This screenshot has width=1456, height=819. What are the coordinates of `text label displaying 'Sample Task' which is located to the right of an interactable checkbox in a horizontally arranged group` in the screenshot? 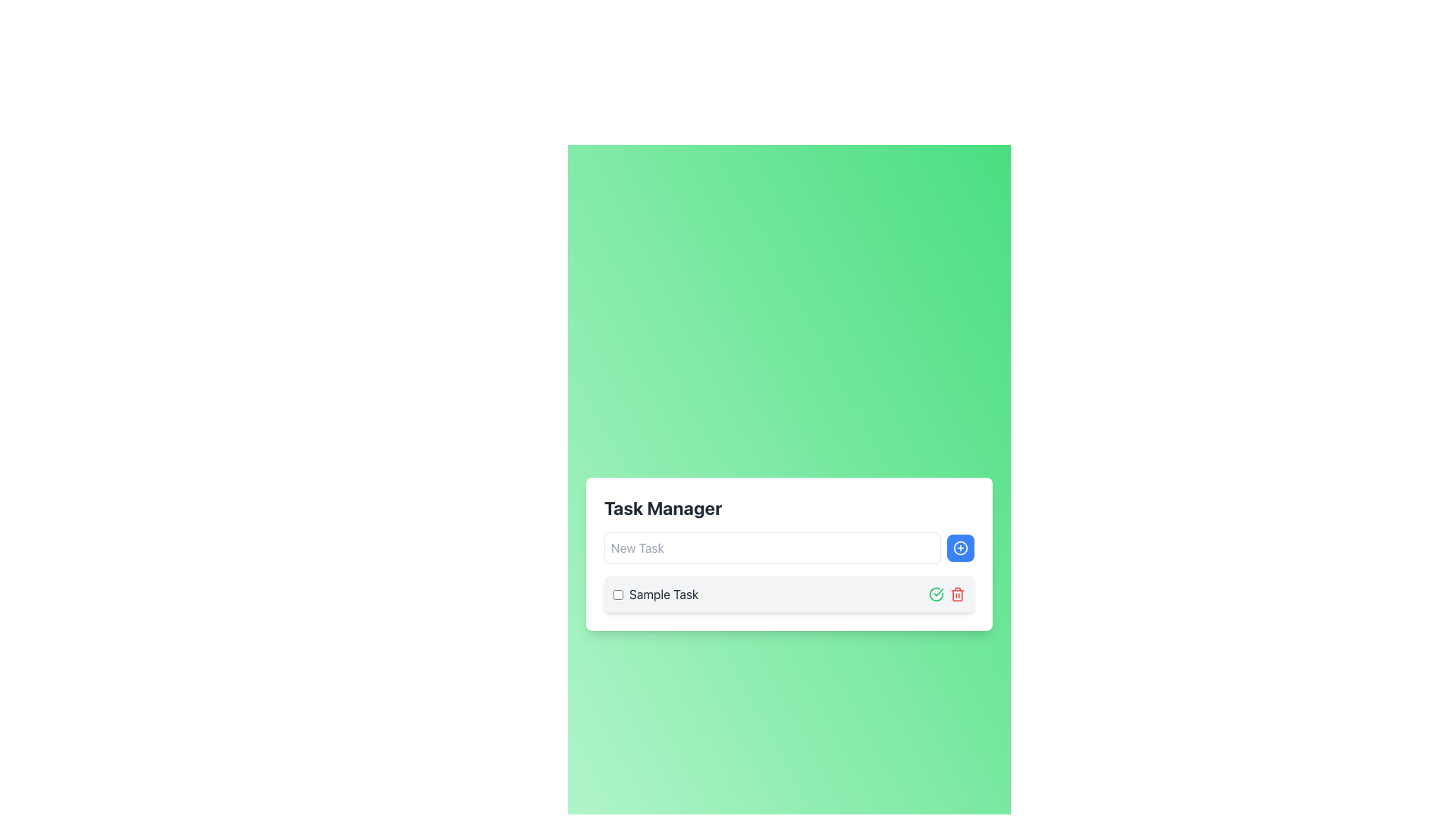 It's located at (664, 593).